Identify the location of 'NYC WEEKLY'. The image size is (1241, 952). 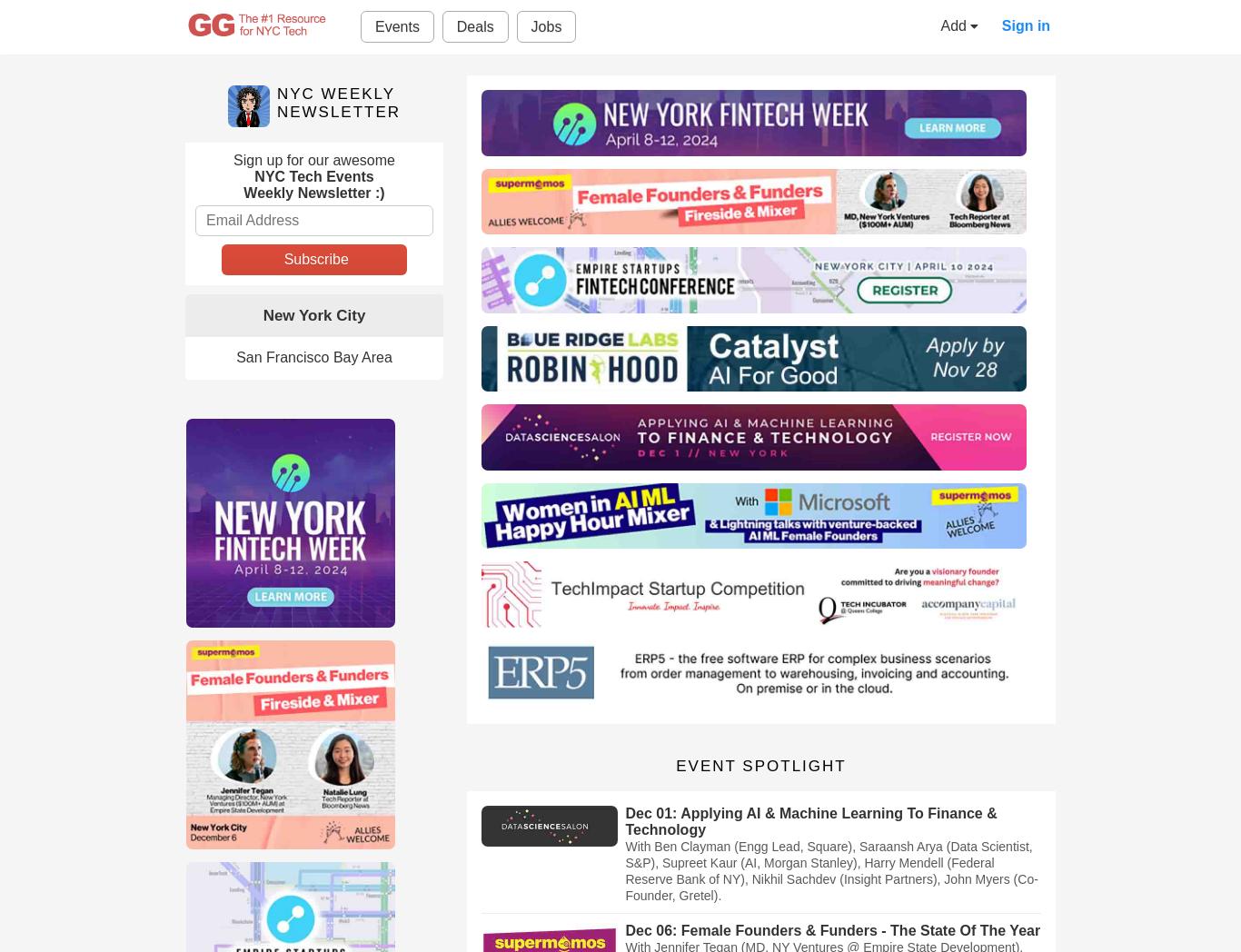
(334, 93).